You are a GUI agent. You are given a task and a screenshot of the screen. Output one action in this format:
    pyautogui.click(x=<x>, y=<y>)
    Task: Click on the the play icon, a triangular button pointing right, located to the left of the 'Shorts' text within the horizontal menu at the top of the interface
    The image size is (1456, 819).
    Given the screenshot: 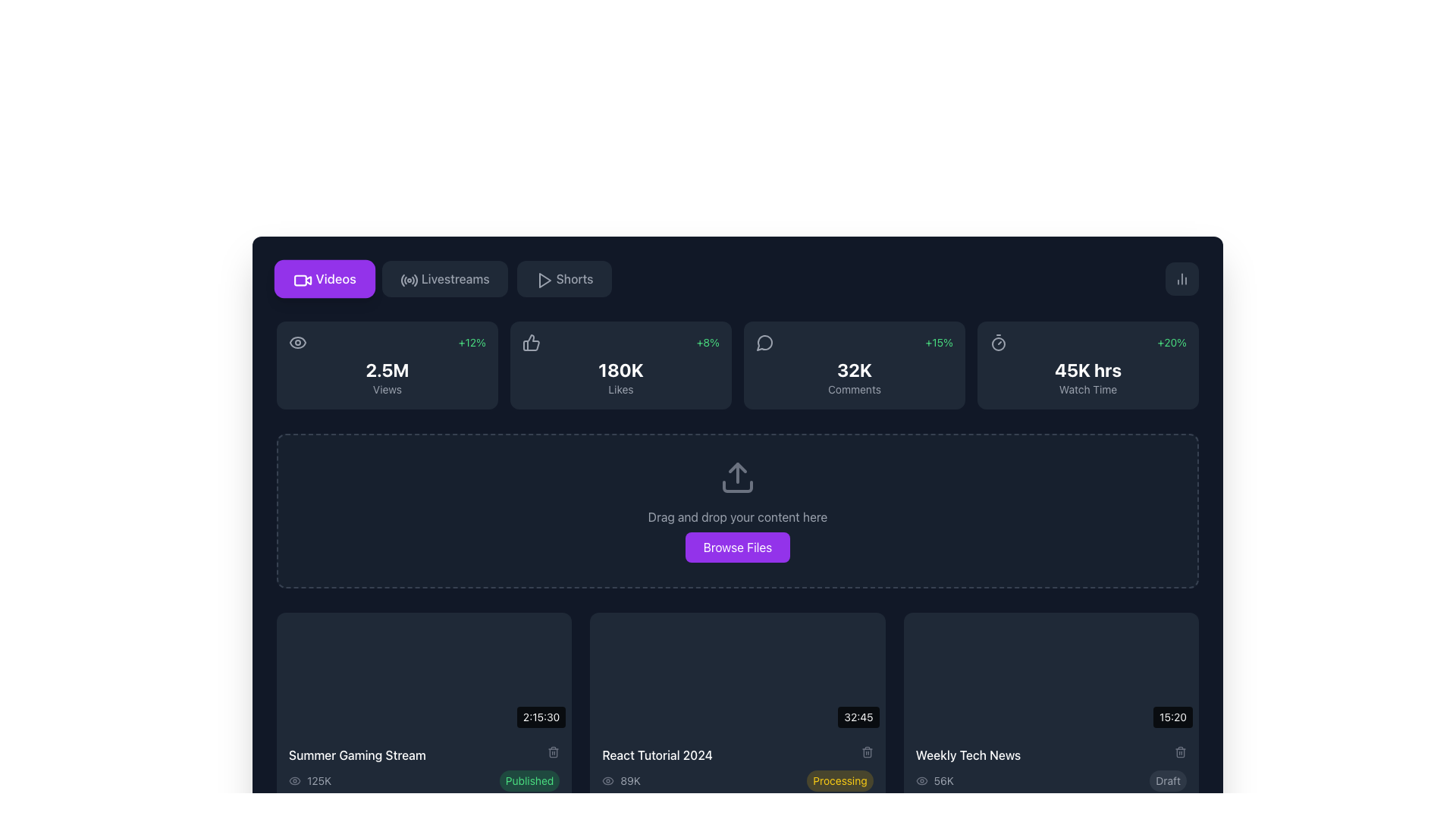 What is the action you would take?
    pyautogui.click(x=542, y=278)
    